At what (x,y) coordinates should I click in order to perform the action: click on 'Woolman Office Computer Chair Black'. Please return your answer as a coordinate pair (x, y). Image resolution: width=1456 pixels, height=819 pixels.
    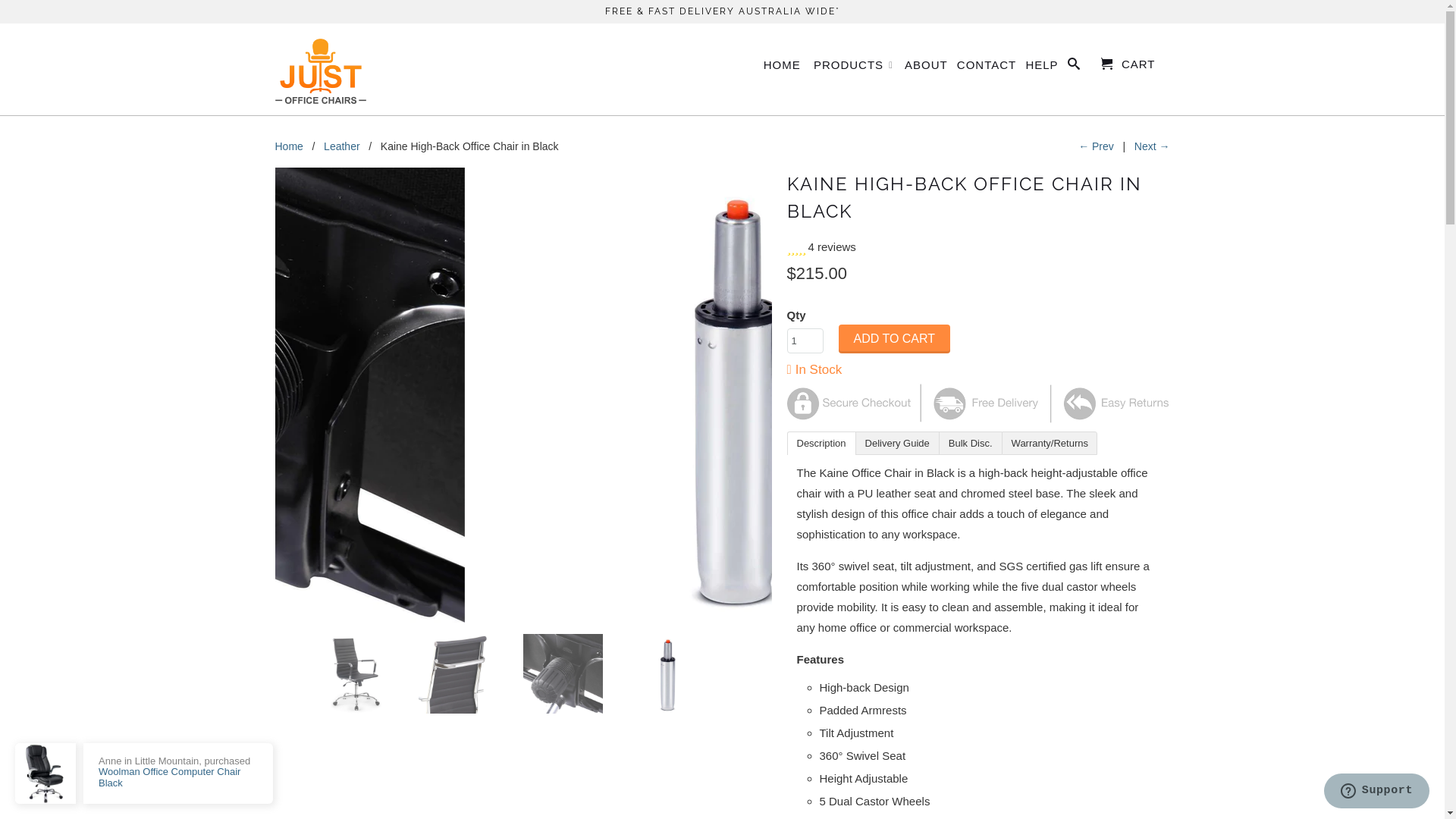
    Looking at the image, I should click on (169, 777).